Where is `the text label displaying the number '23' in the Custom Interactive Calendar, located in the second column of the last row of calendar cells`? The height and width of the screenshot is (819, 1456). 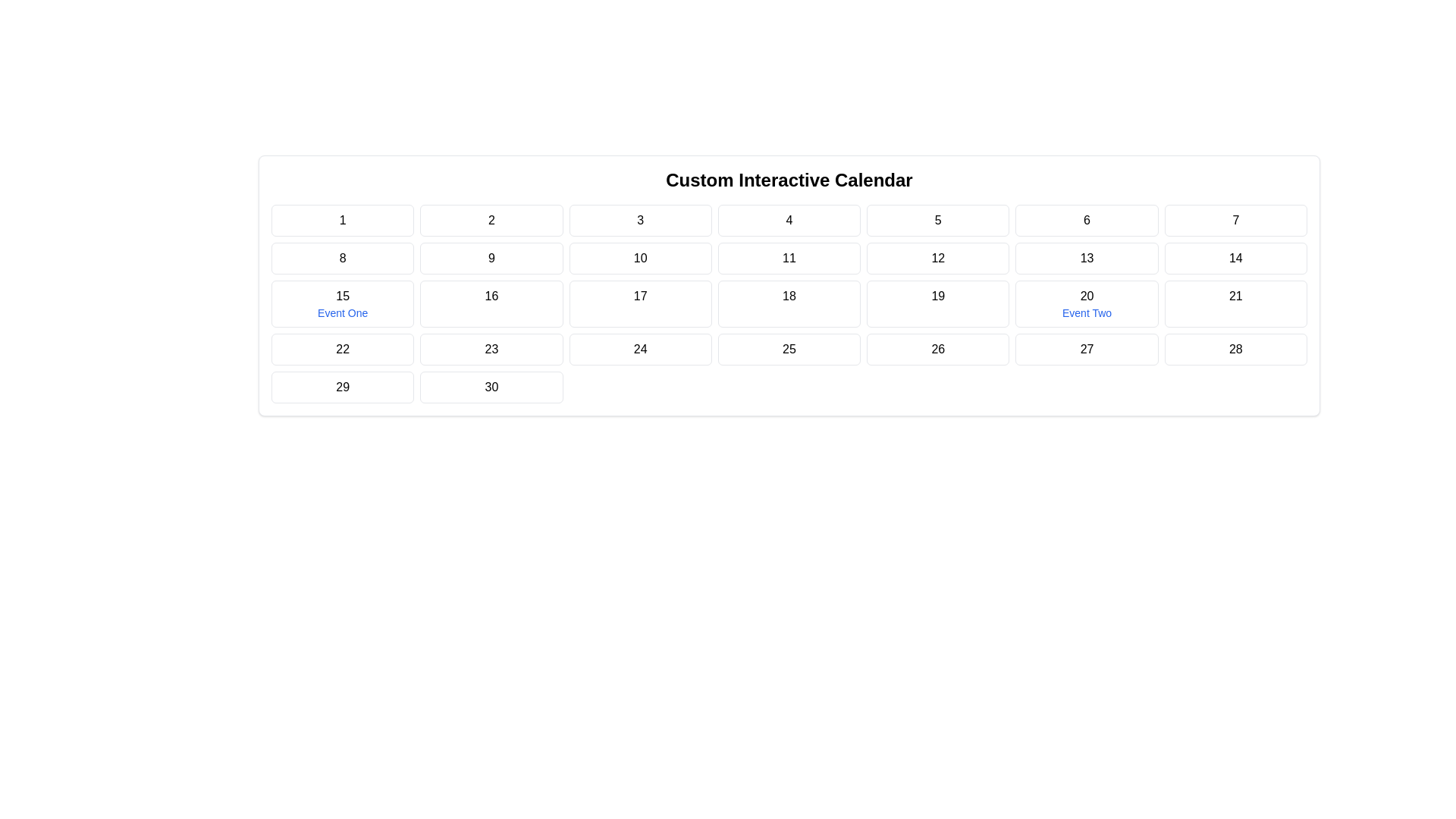 the text label displaying the number '23' in the Custom Interactive Calendar, located in the second column of the last row of calendar cells is located at coordinates (491, 350).